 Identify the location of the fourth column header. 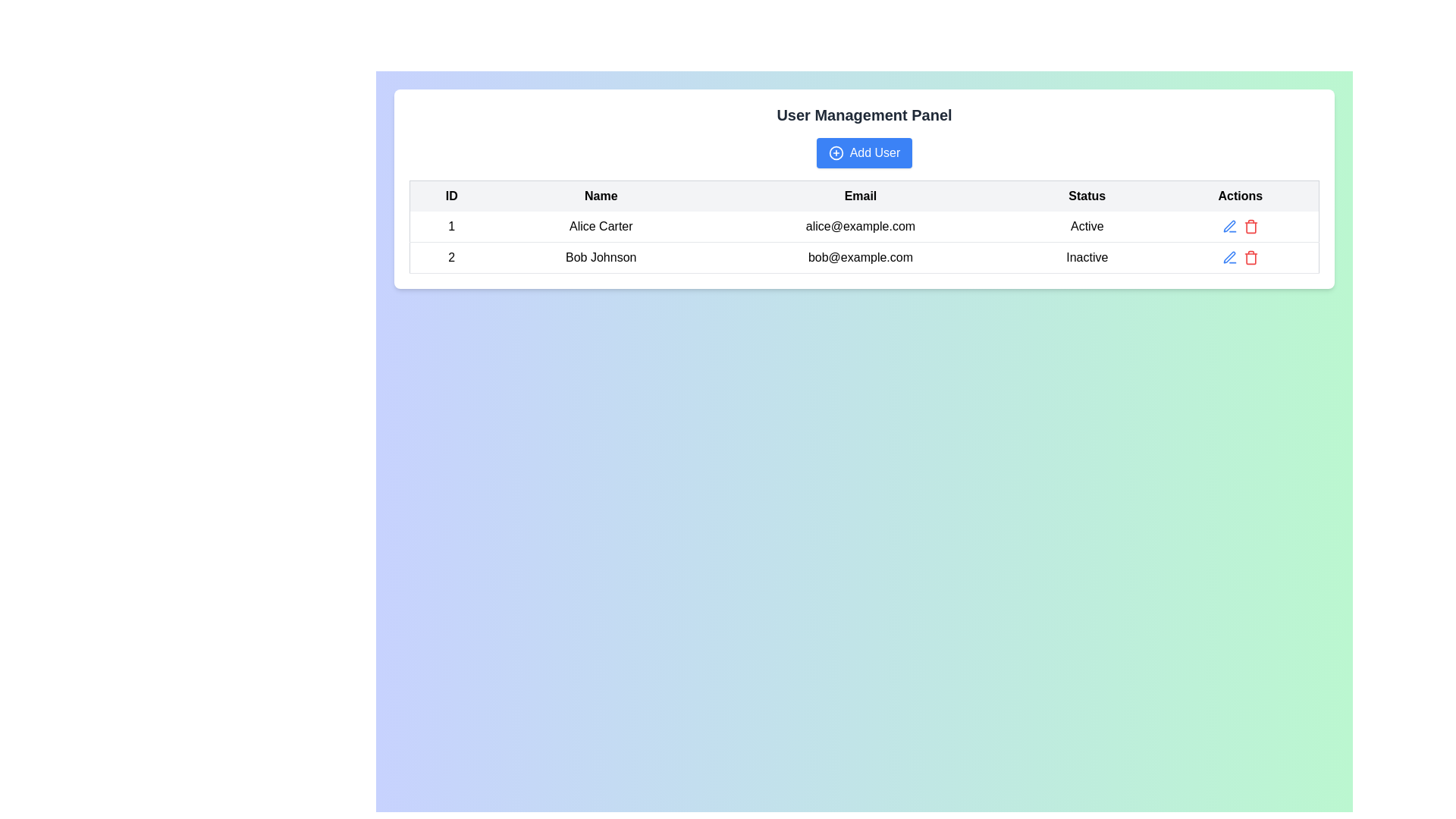
(1086, 195).